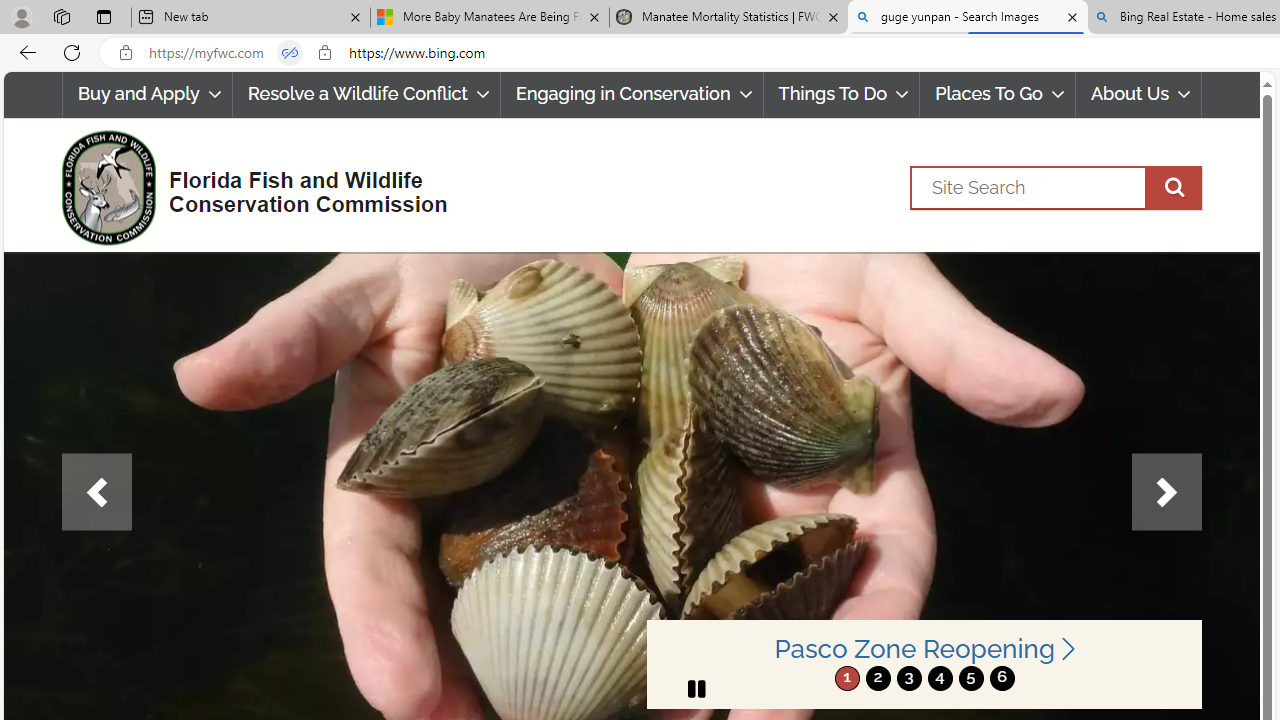 Image resolution: width=1280 pixels, height=720 pixels. I want to click on 'move to slide 3', so click(907, 677).